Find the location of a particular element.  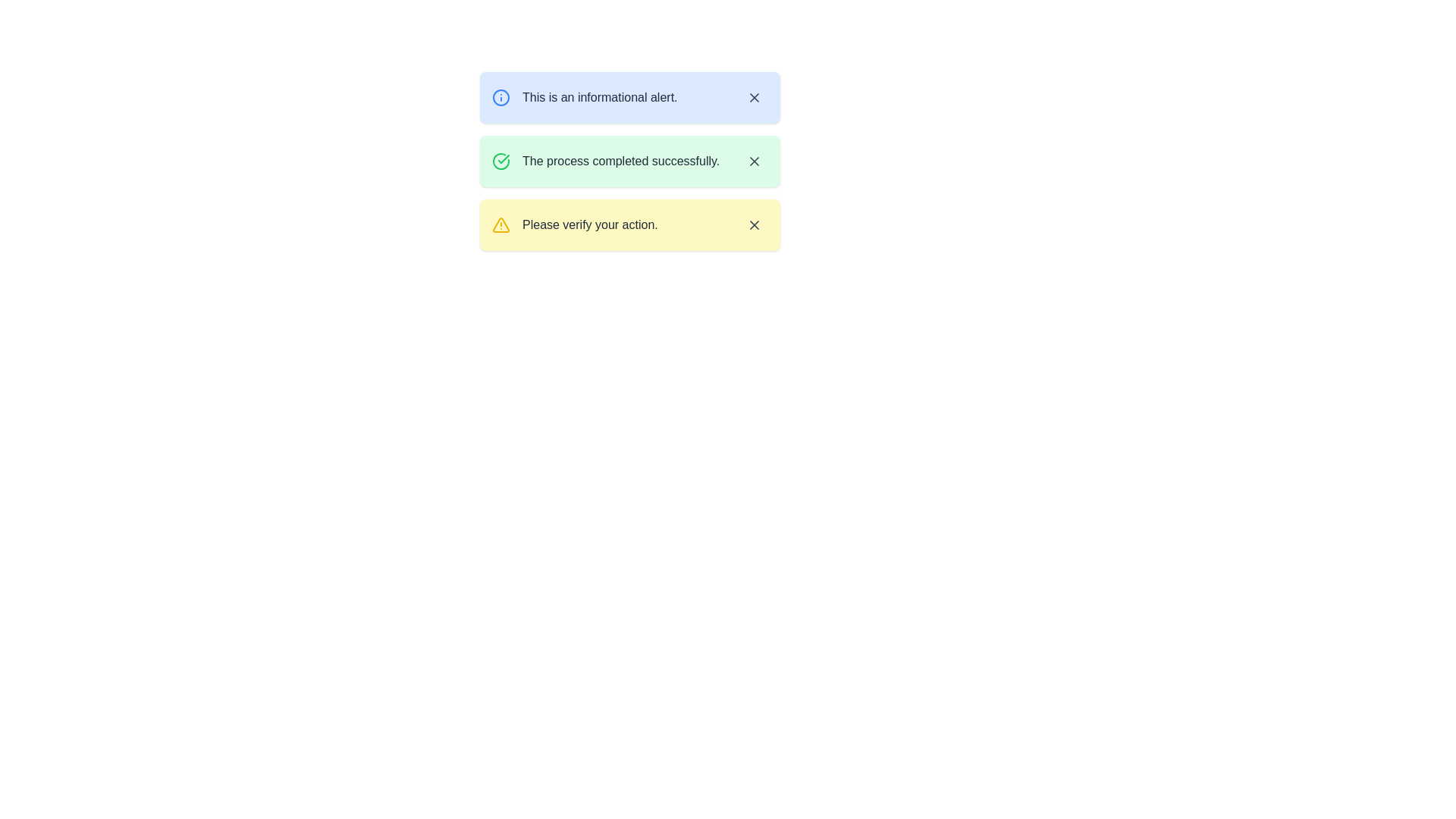

the outermost circular SVG element that serves a decorative purpose in the blue icon of the first informational alert box is located at coordinates (501, 97).